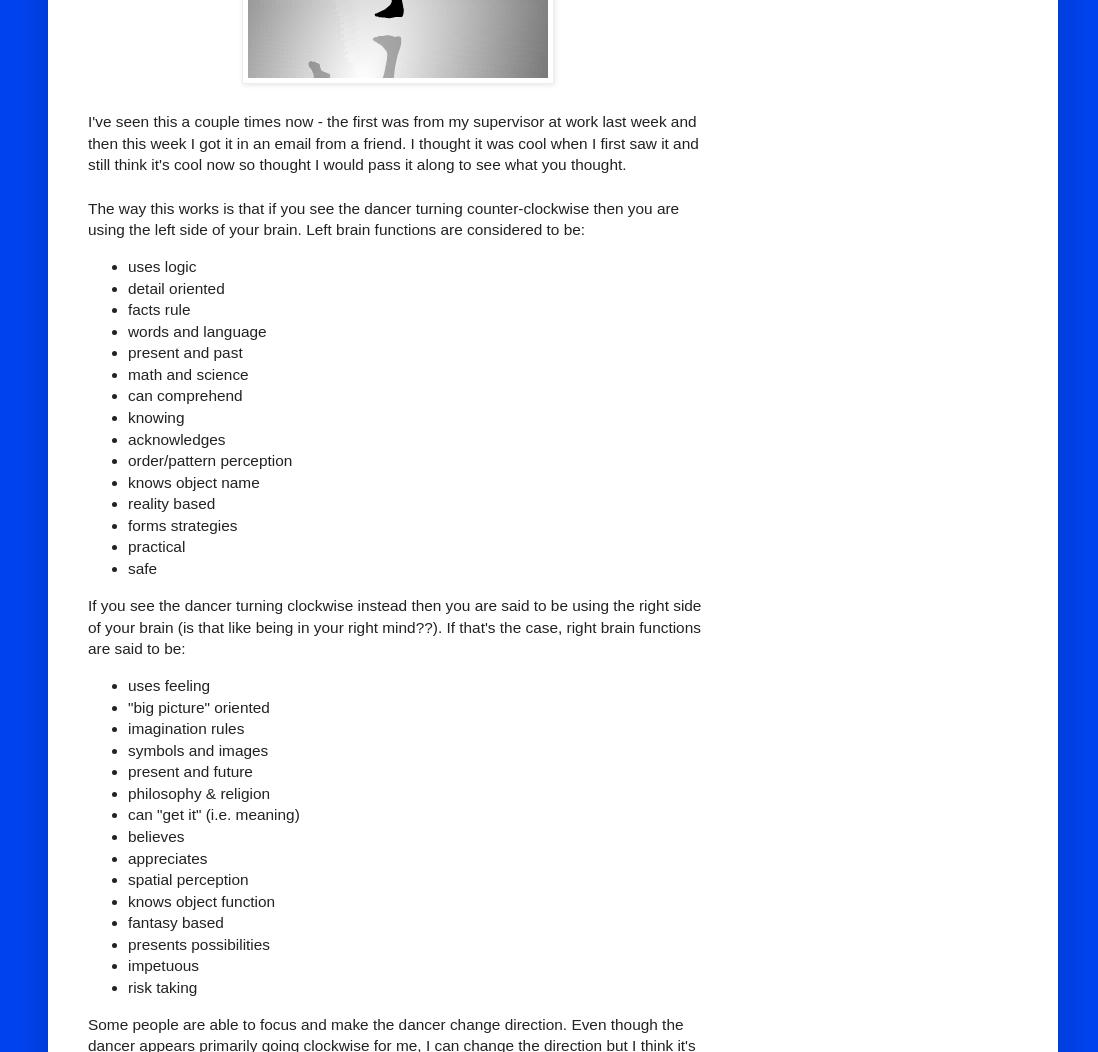 The height and width of the screenshot is (1052, 1098). I want to click on 'risk taking', so click(162, 986).